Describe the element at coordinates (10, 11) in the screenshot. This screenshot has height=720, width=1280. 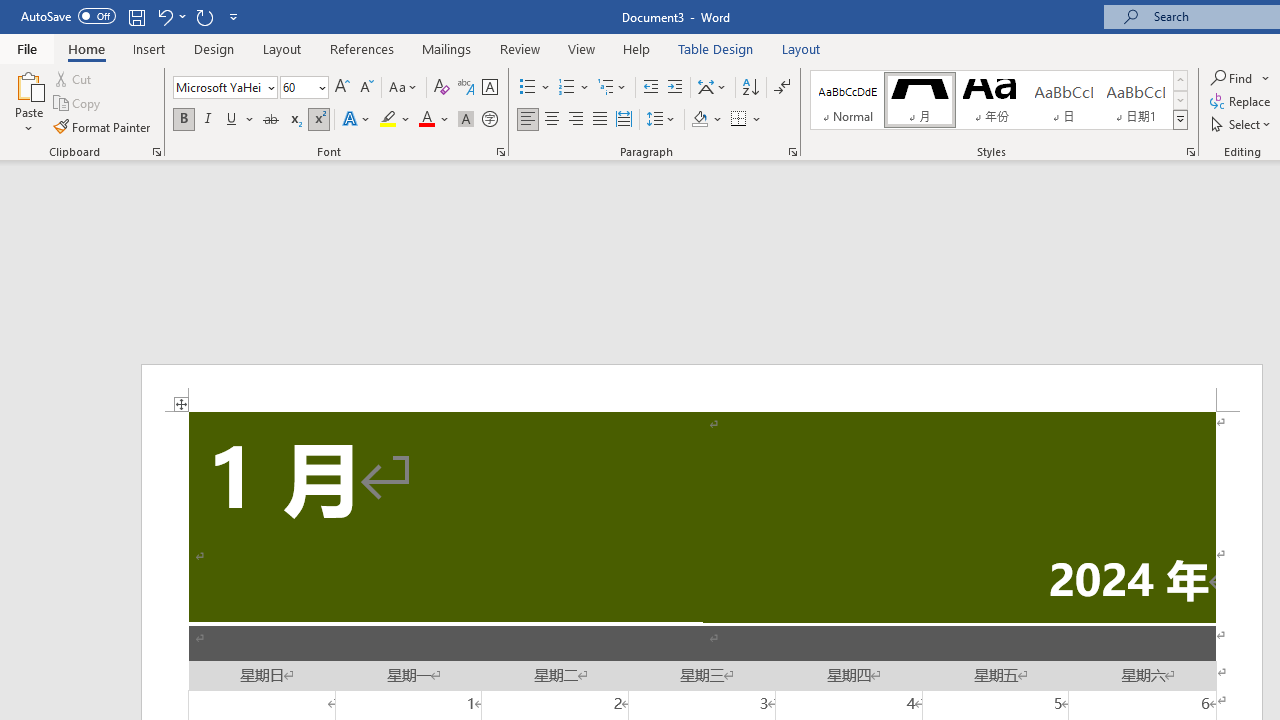
I see `'System'` at that location.